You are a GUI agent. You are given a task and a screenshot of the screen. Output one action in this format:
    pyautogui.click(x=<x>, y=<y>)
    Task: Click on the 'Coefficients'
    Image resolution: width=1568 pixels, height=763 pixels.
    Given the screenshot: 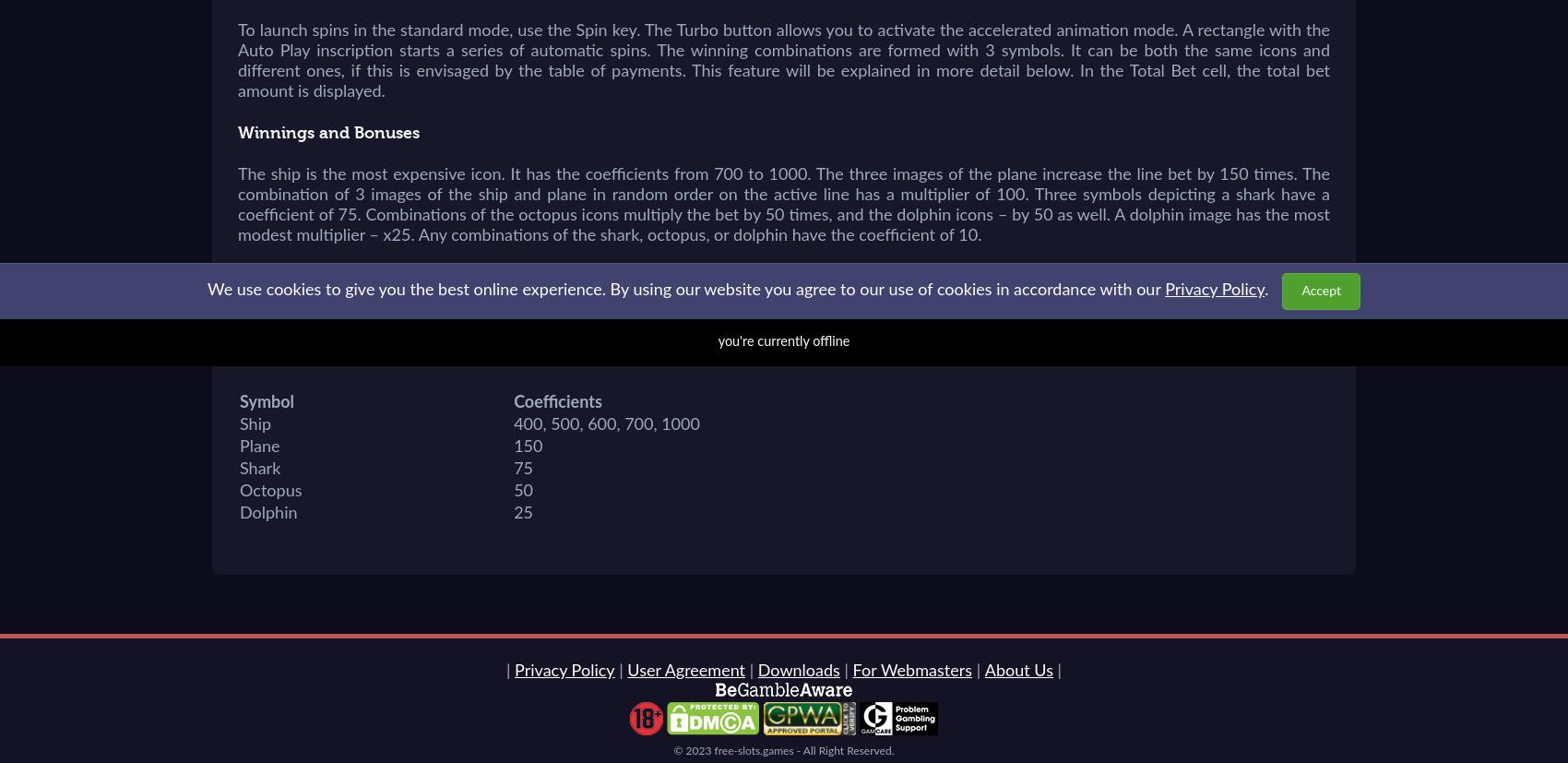 What is the action you would take?
    pyautogui.click(x=556, y=401)
    